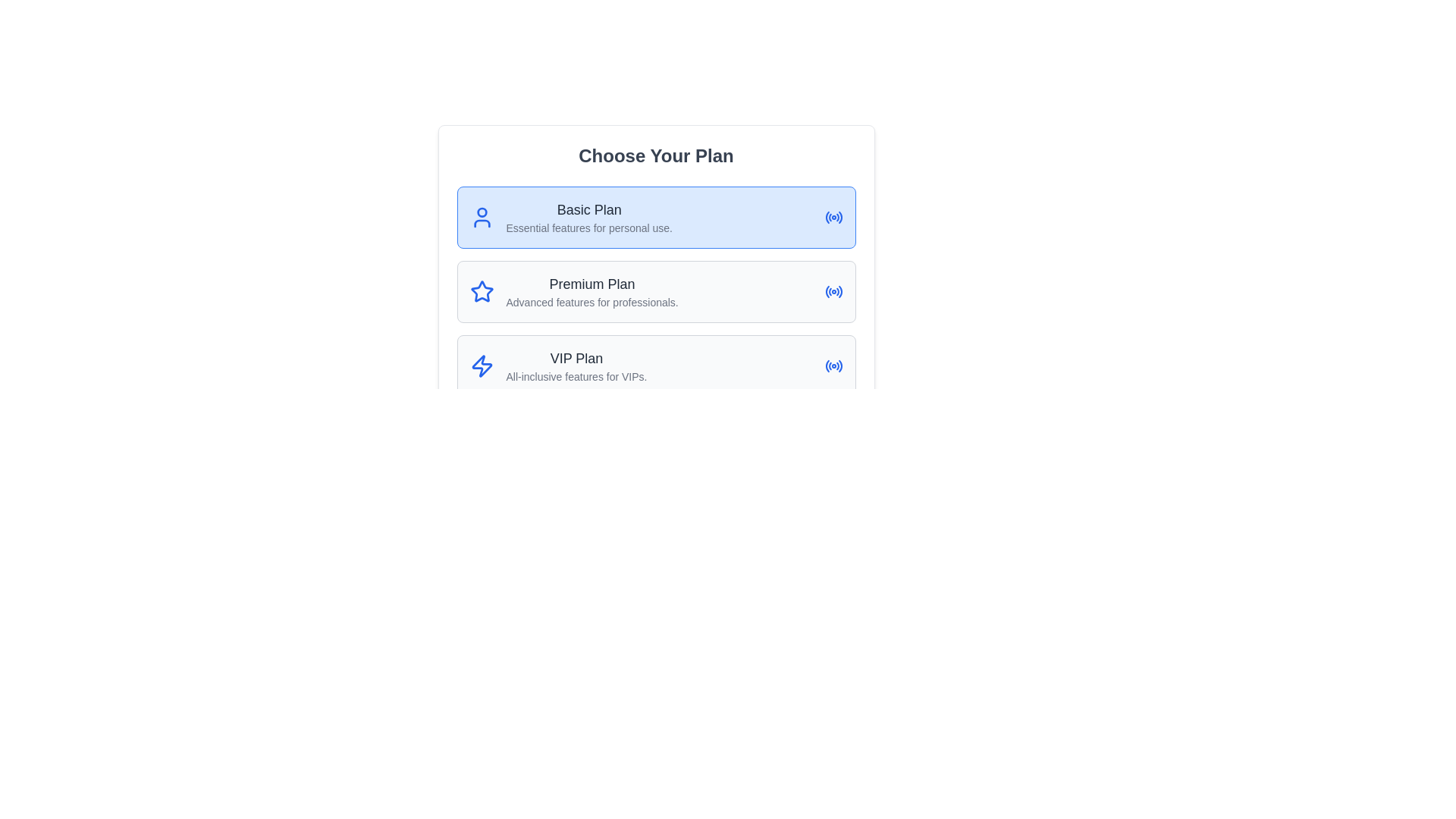 This screenshot has height=819, width=1456. Describe the element at coordinates (588, 217) in the screenshot. I see `the label displaying 'Basic Plan' in the first selection card of the 'Choose Your Plan' interface, which is styled with a bold font on a light blue background` at that location.